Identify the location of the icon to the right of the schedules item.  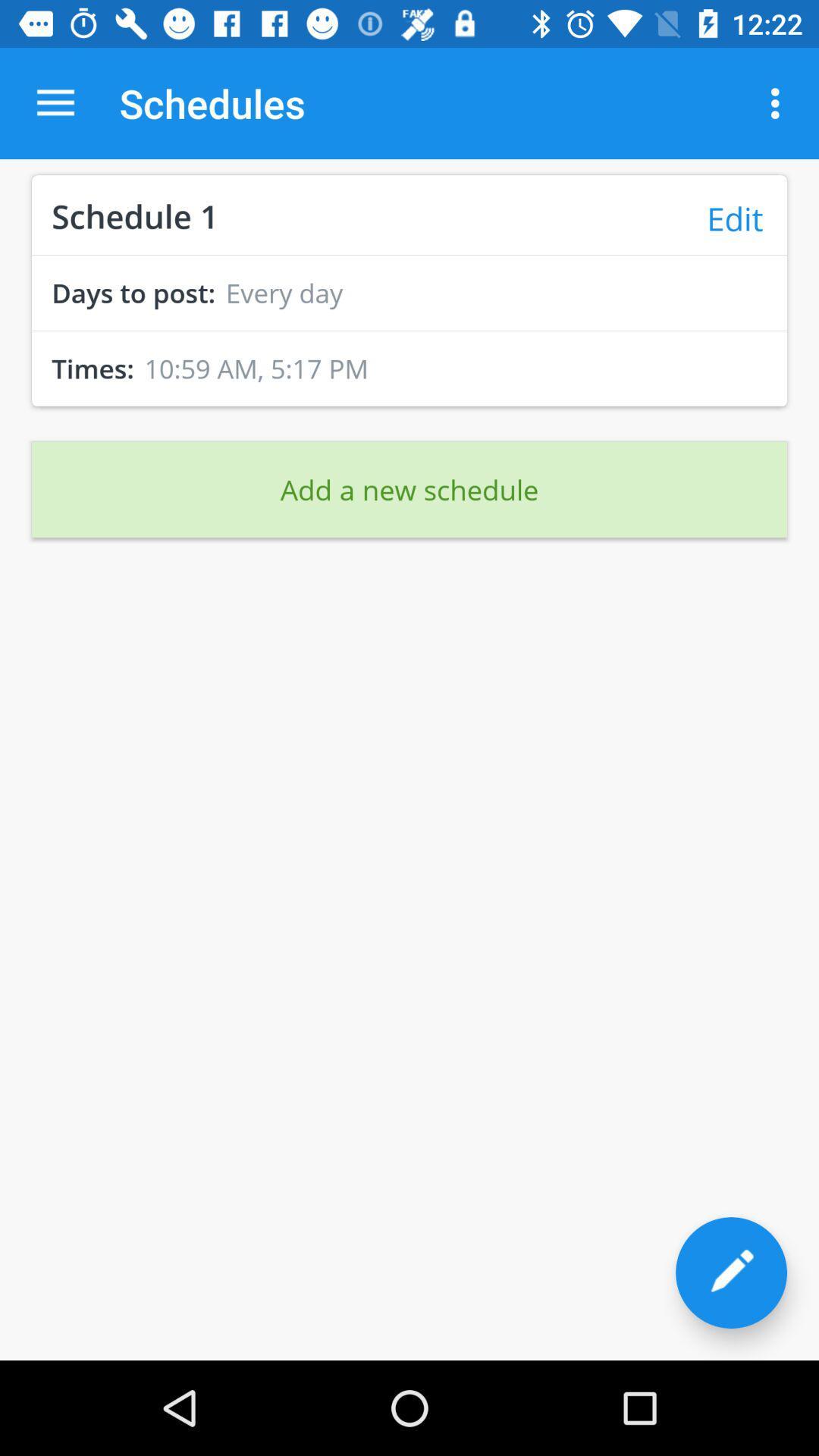
(779, 102).